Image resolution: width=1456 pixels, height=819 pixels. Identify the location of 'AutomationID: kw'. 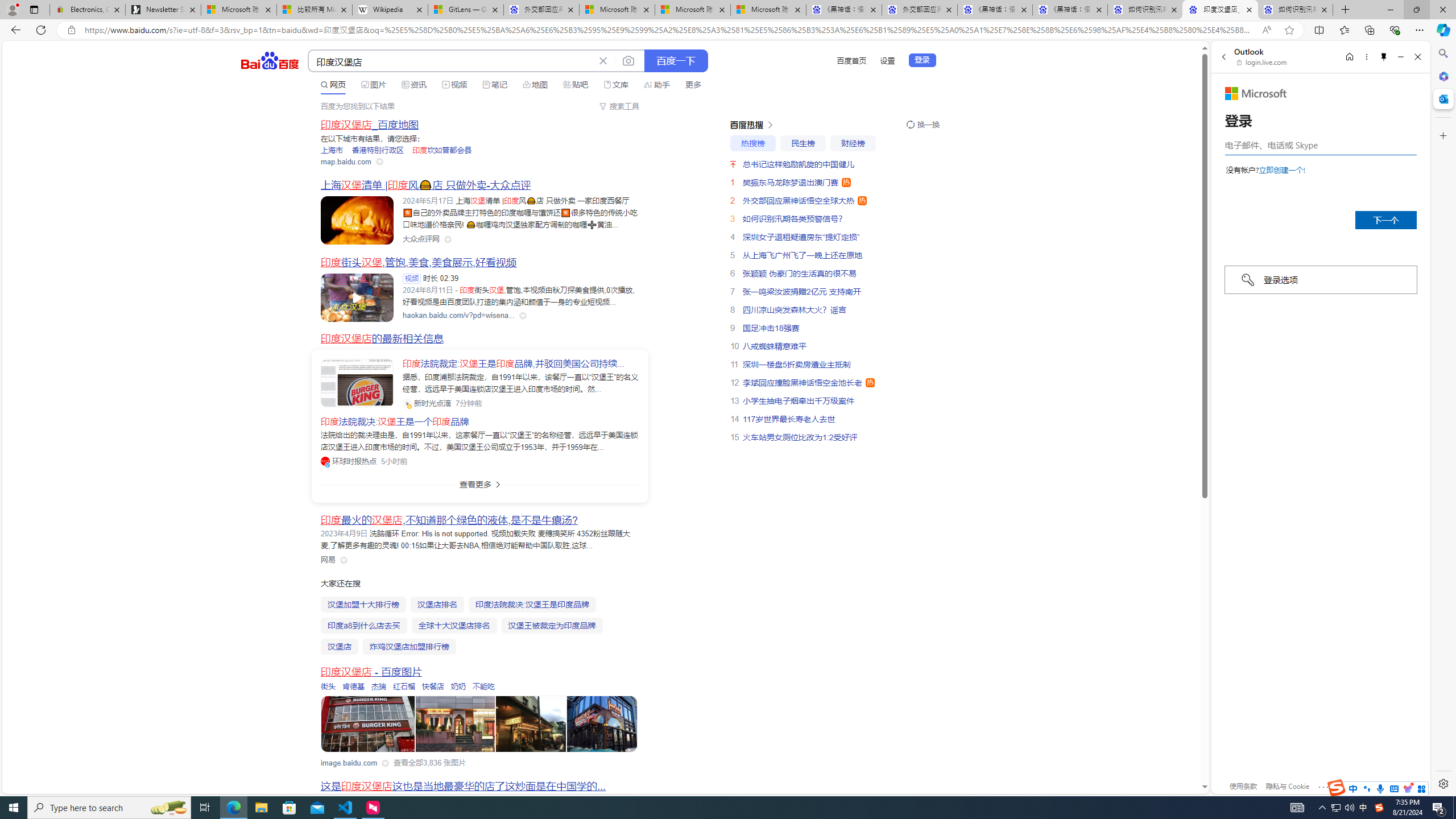
(452, 61).